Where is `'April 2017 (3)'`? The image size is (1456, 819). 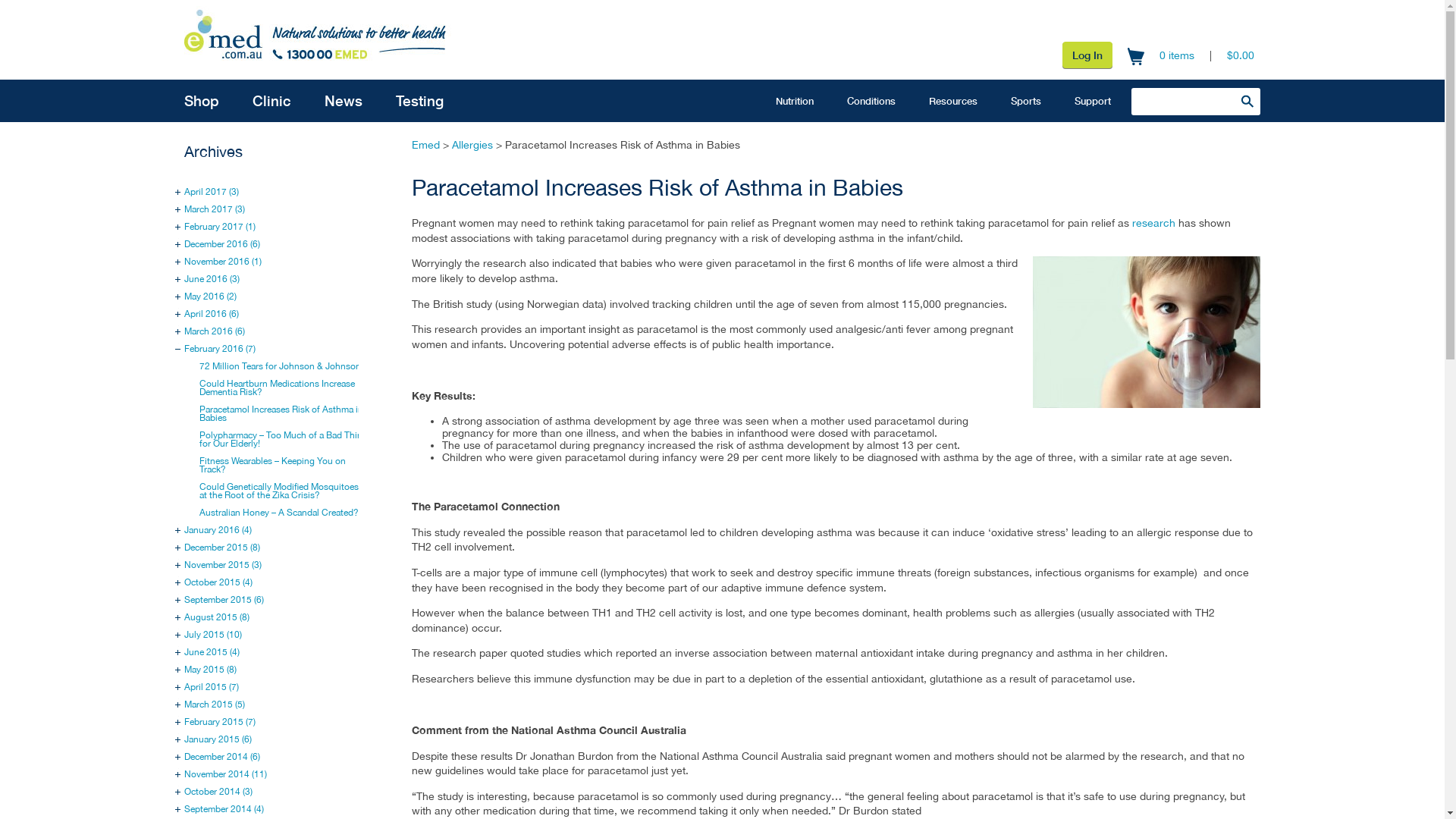
'April 2017 (3)' is located at coordinates (210, 191).